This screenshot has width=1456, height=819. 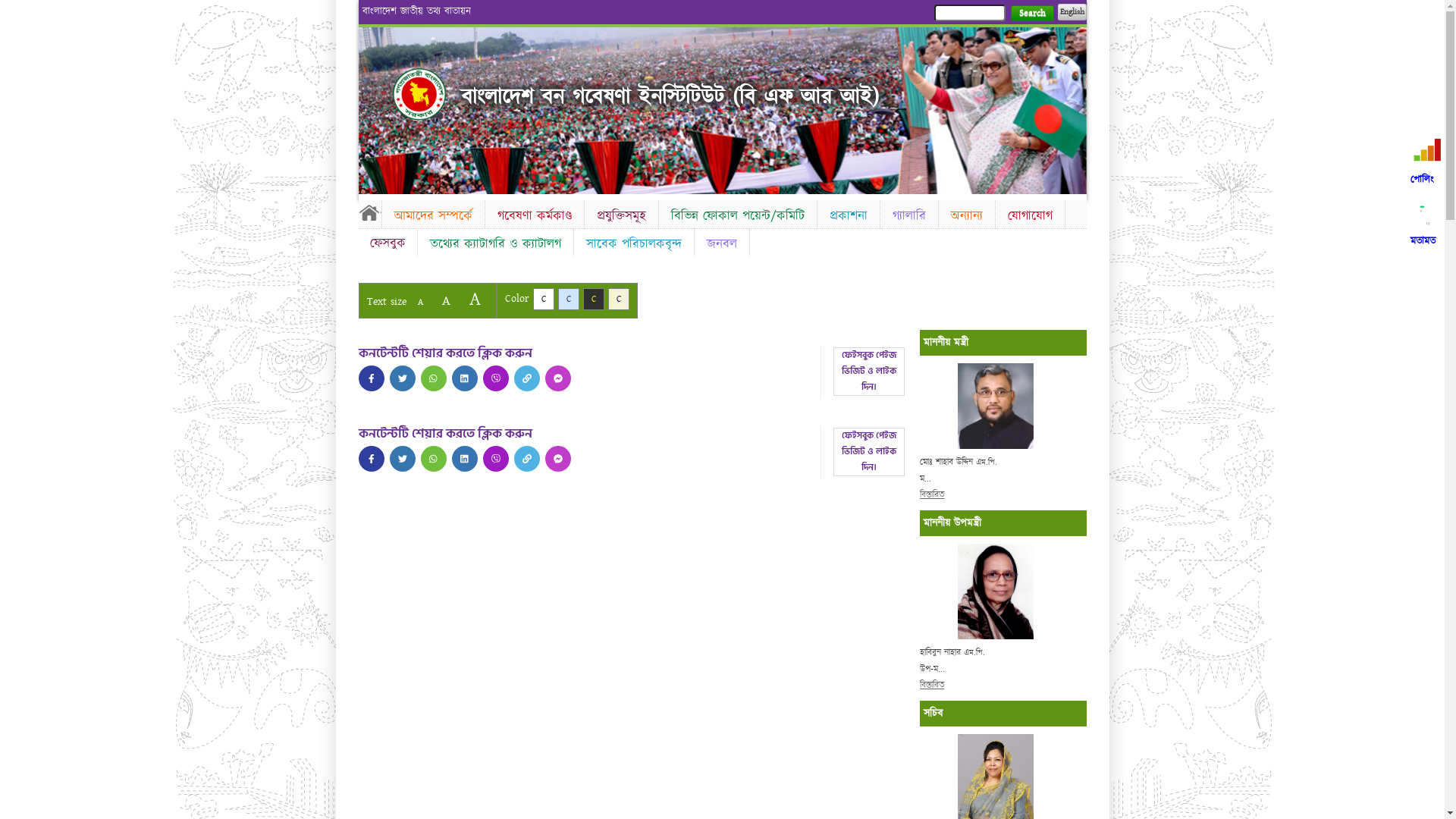 I want to click on 'C', so click(x=542, y=299).